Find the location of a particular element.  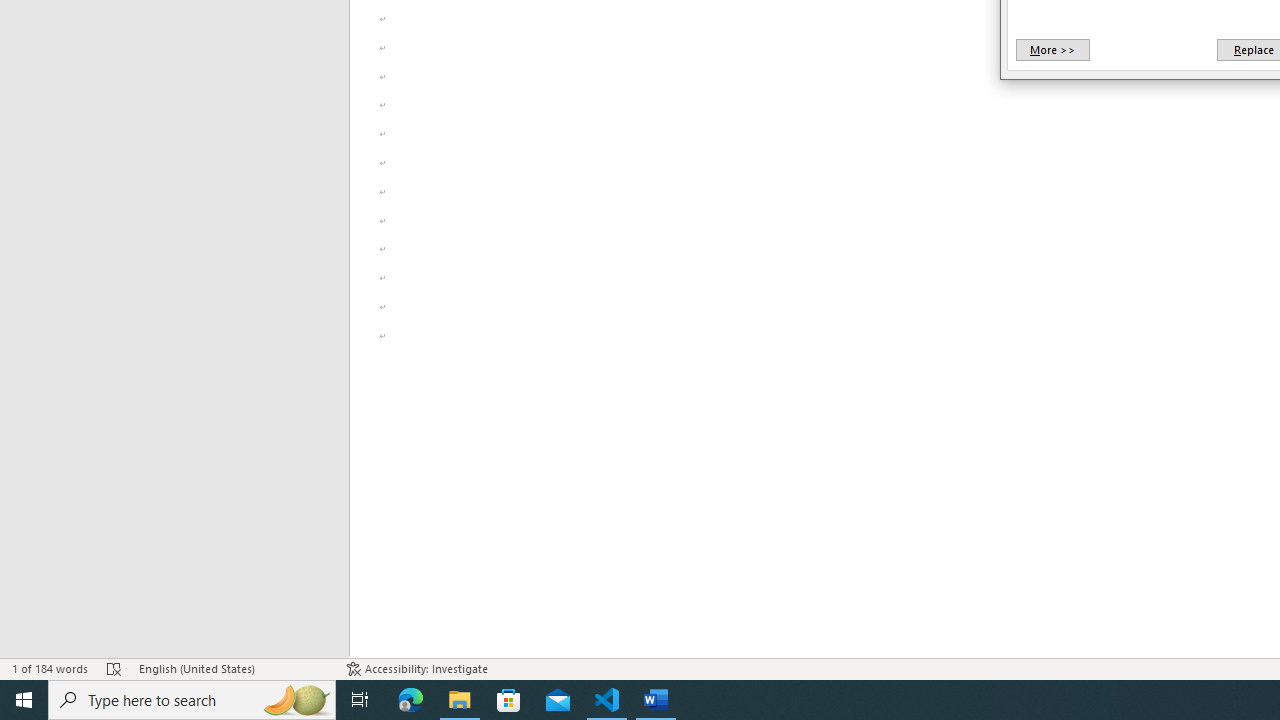

'Search highlights icon opens search home window' is located at coordinates (294, 698).